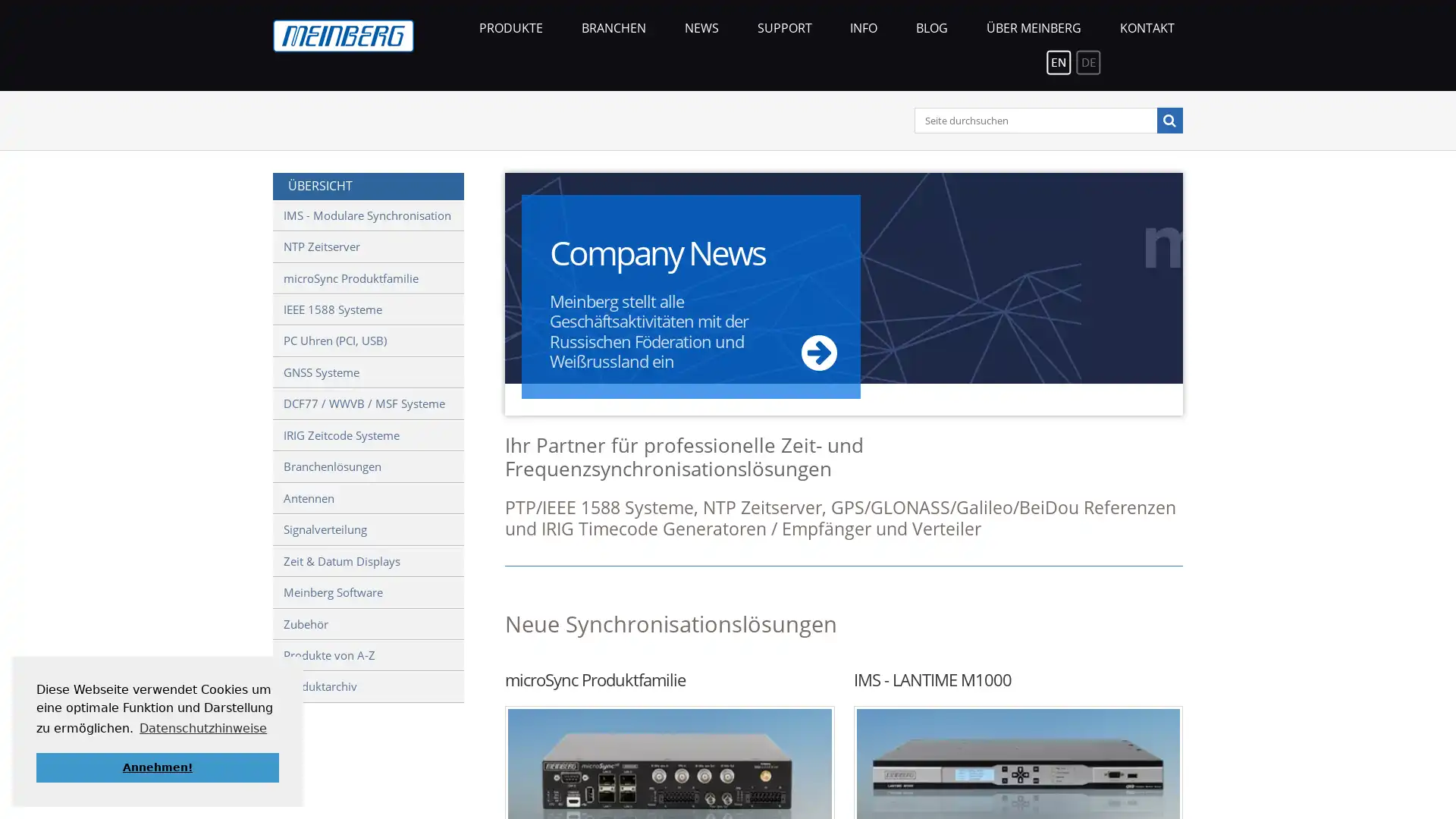 This screenshot has width=1456, height=819. Describe the element at coordinates (157, 767) in the screenshot. I see `dismiss cookie message` at that location.